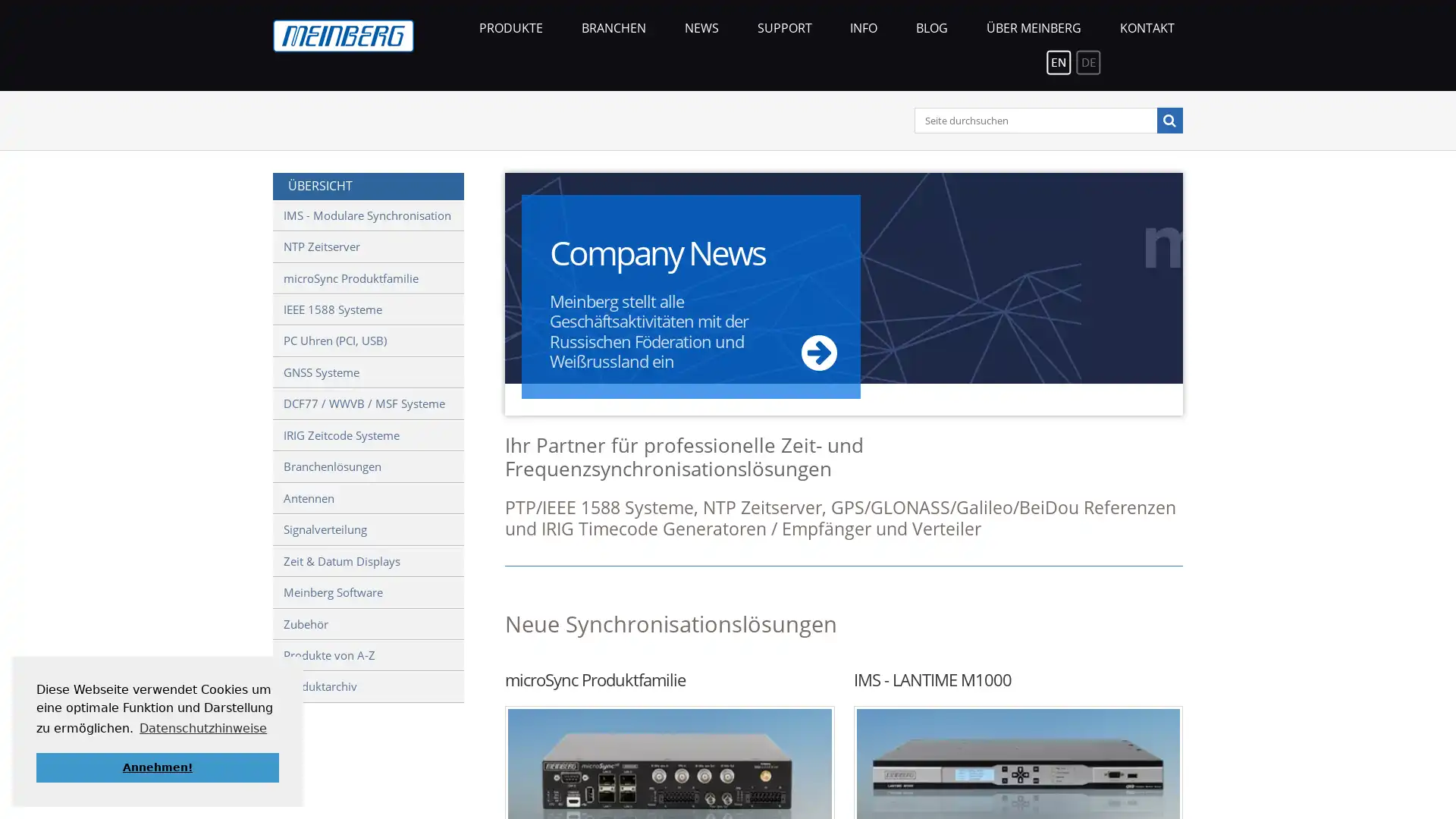 This screenshot has width=1456, height=819. Describe the element at coordinates (157, 767) in the screenshot. I see `dismiss cookie message` at that location.